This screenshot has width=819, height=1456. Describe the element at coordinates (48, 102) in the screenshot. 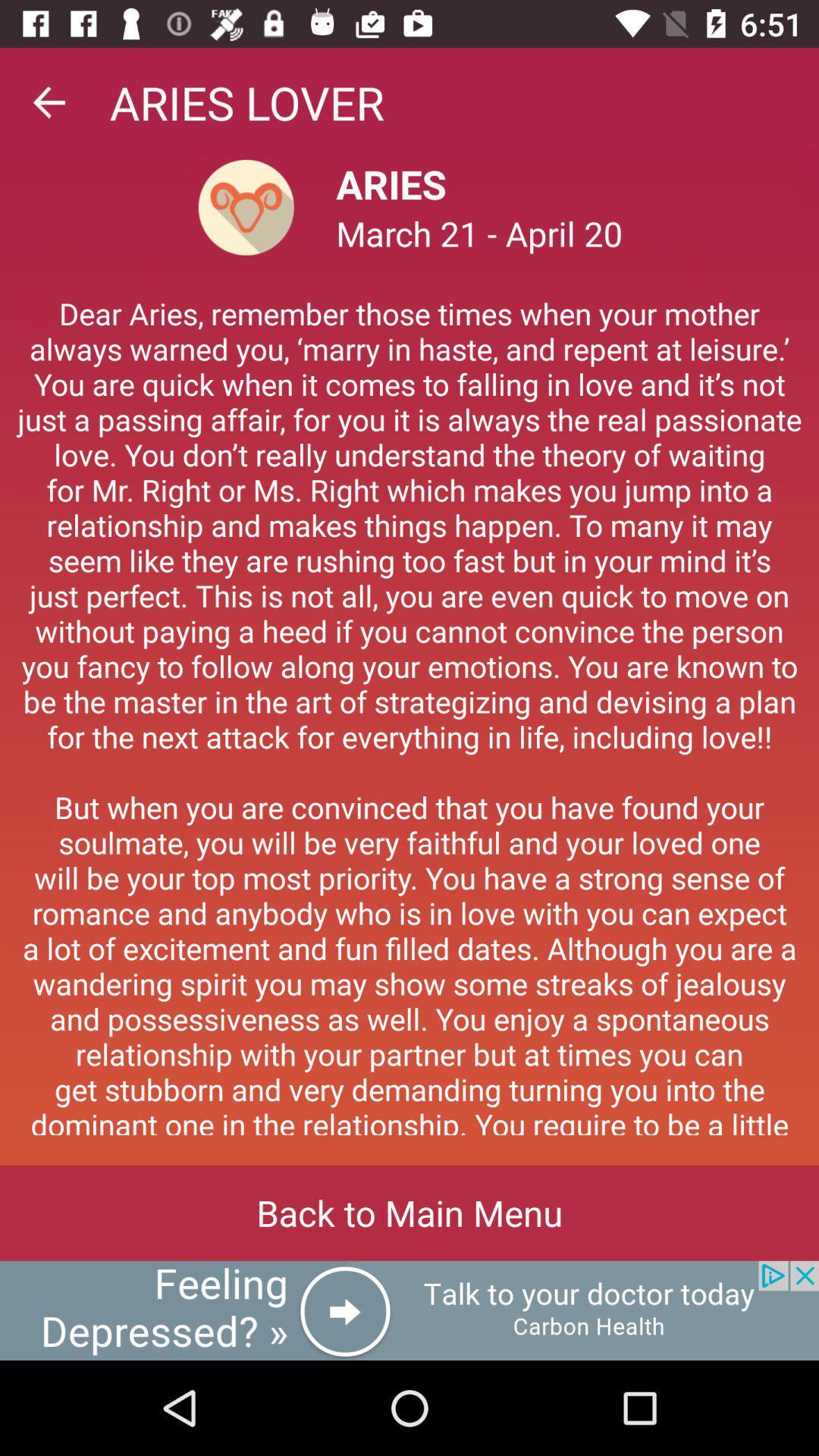

I see `go back` at that location.